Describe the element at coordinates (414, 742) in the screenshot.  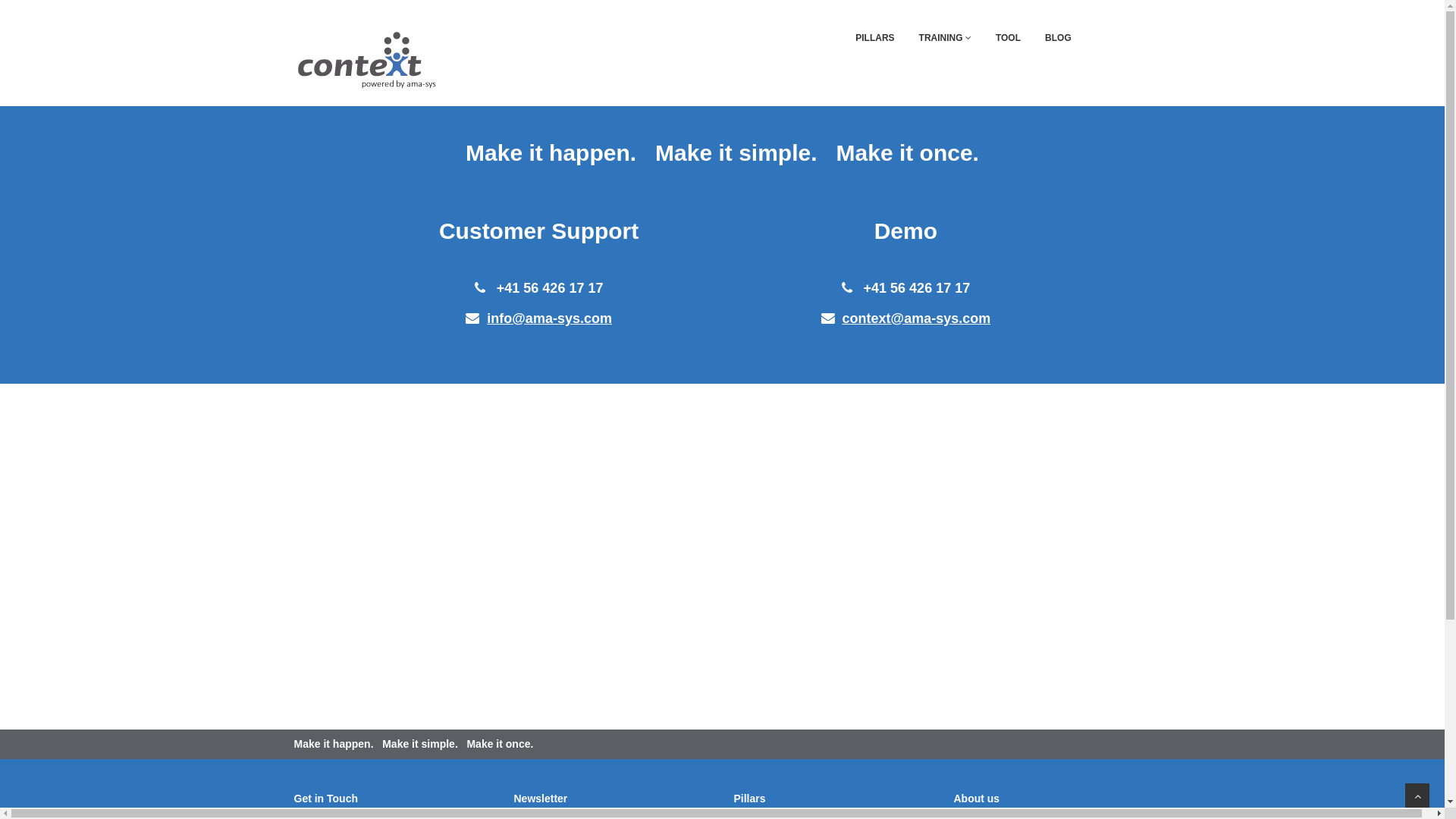
I see `'Make it happen.   Make it simple.   Make it once.'` at that location.